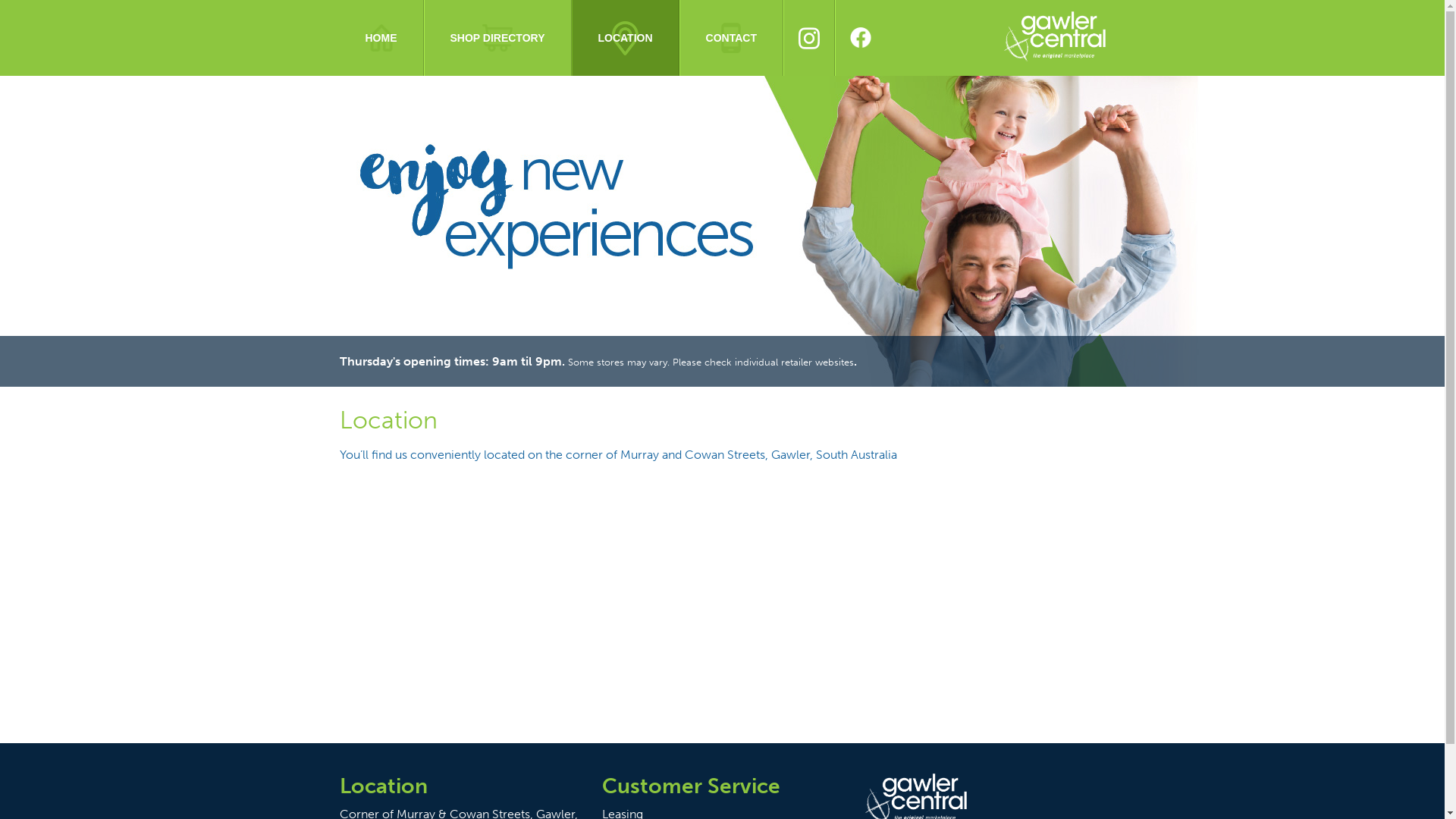  Describe the element at coordinates (679, 37) in the screenshot. I see `'CONTACT'` at that location.